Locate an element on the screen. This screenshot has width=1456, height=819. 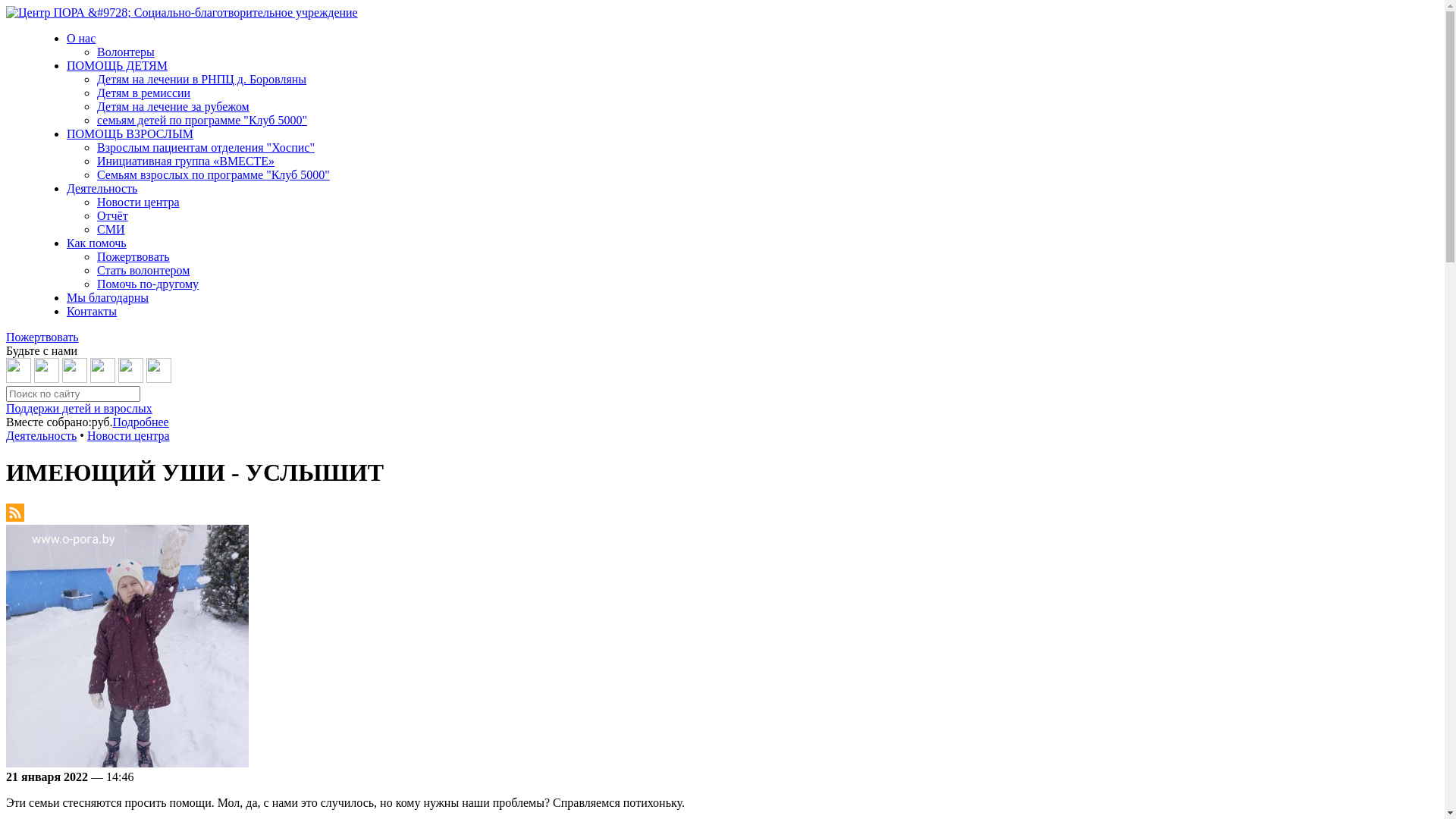
'RSS' is located at coordinates (14, 516).